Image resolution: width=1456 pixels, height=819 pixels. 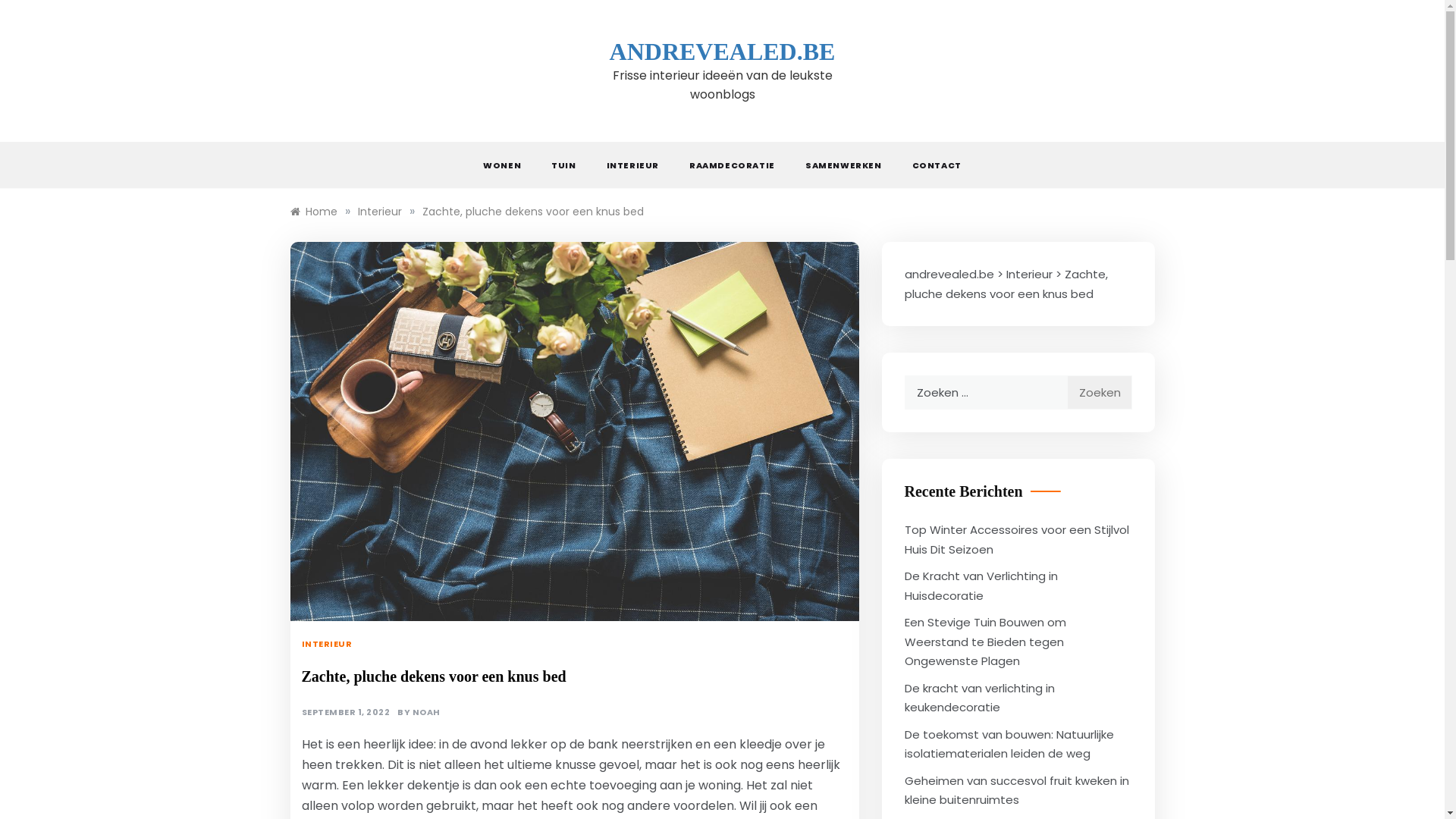 What do you see at coordinates (1015, 789) in the screenshot?
I see `'Geheimen van succesvol fruit kweken in kleine buitenruimtes'` at bounding box center [1015, 789].